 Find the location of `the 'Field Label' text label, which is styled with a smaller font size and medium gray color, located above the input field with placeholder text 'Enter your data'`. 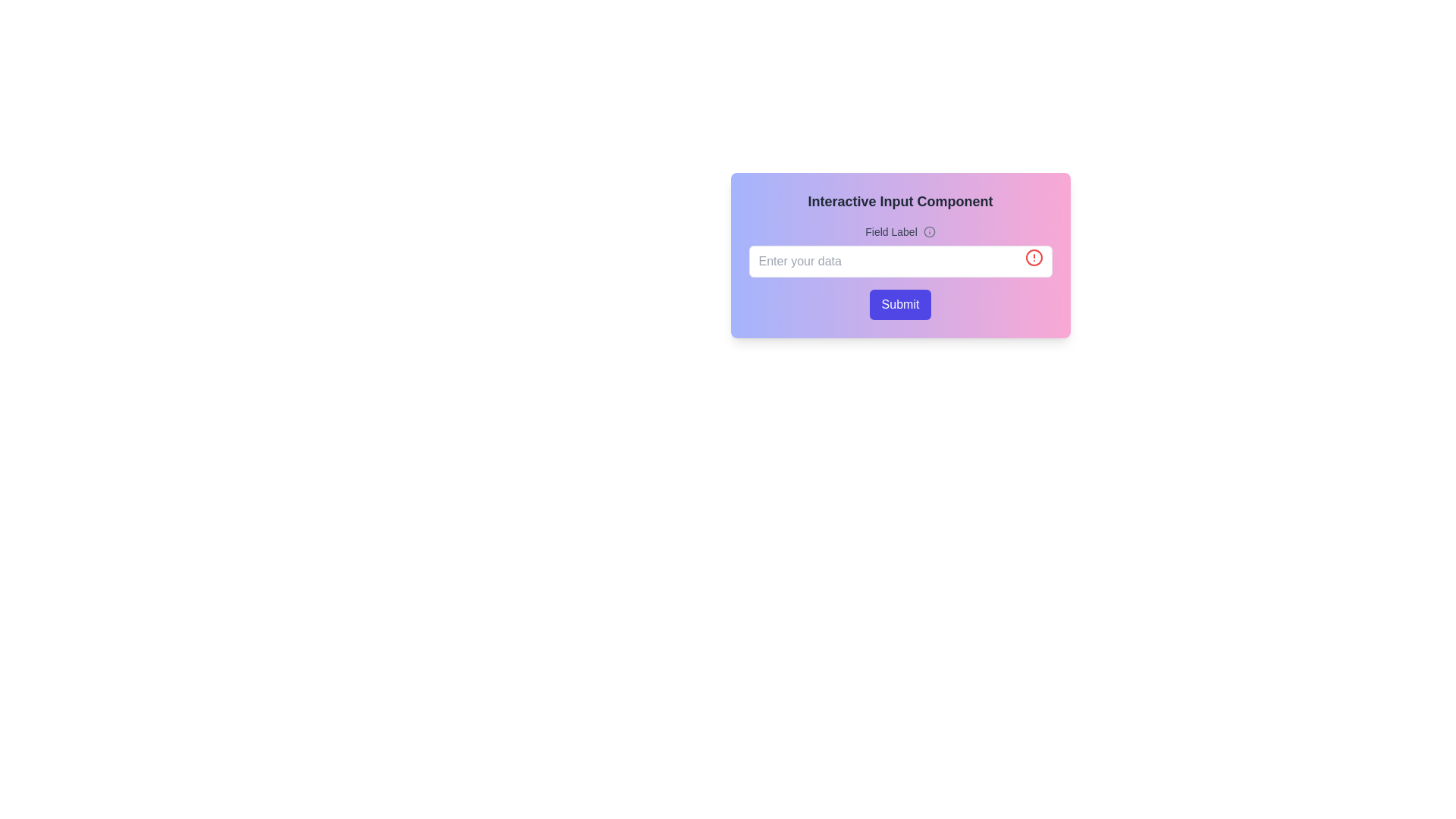

the 'Field Label' text label, which is styled with a smaller font size and medium gray color, located above the input field with placeholder text 'Enter your data' is located at coordinates (900, 231).